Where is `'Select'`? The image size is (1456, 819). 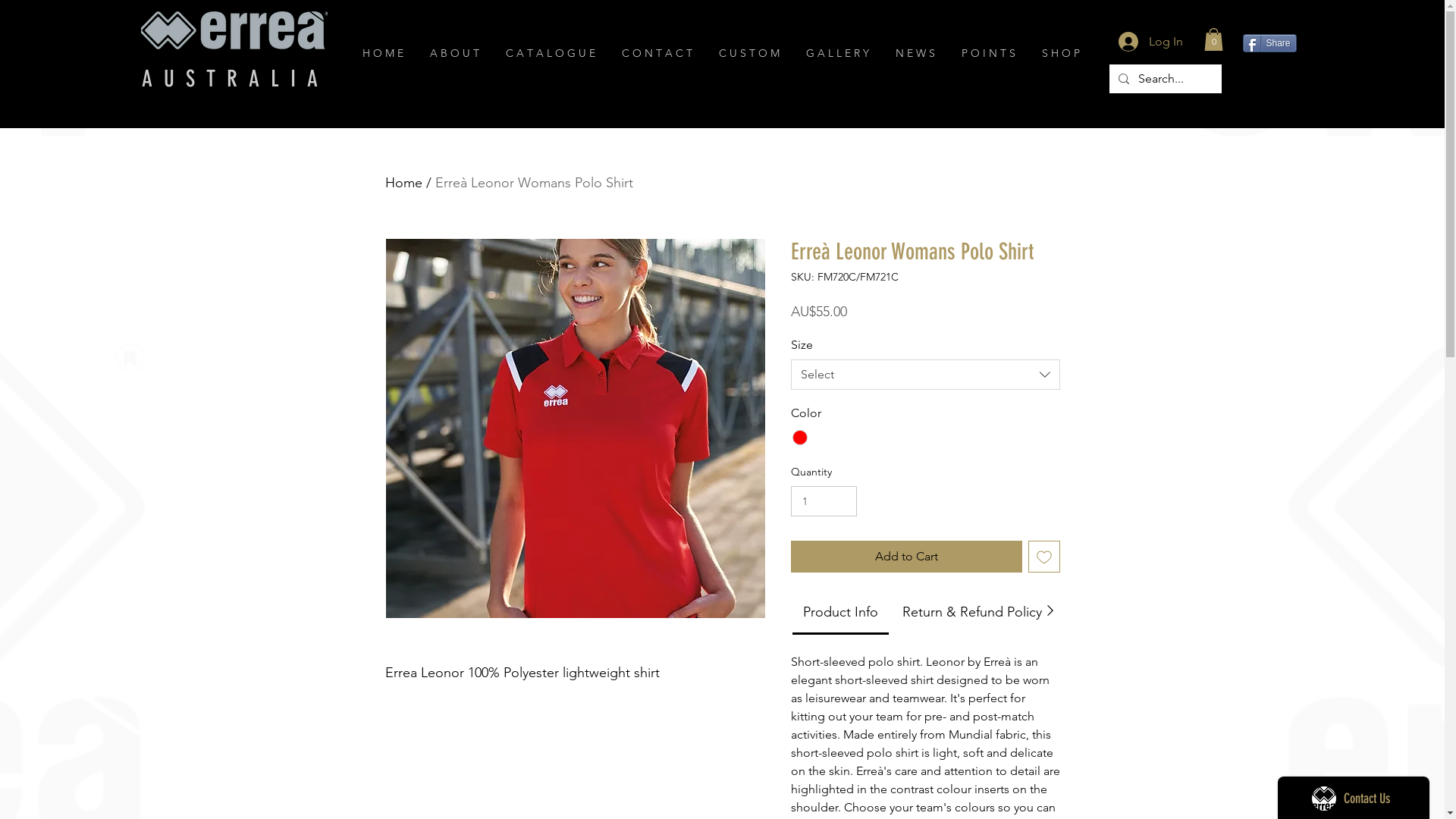
'Select' is located at coordinates (924, 374).